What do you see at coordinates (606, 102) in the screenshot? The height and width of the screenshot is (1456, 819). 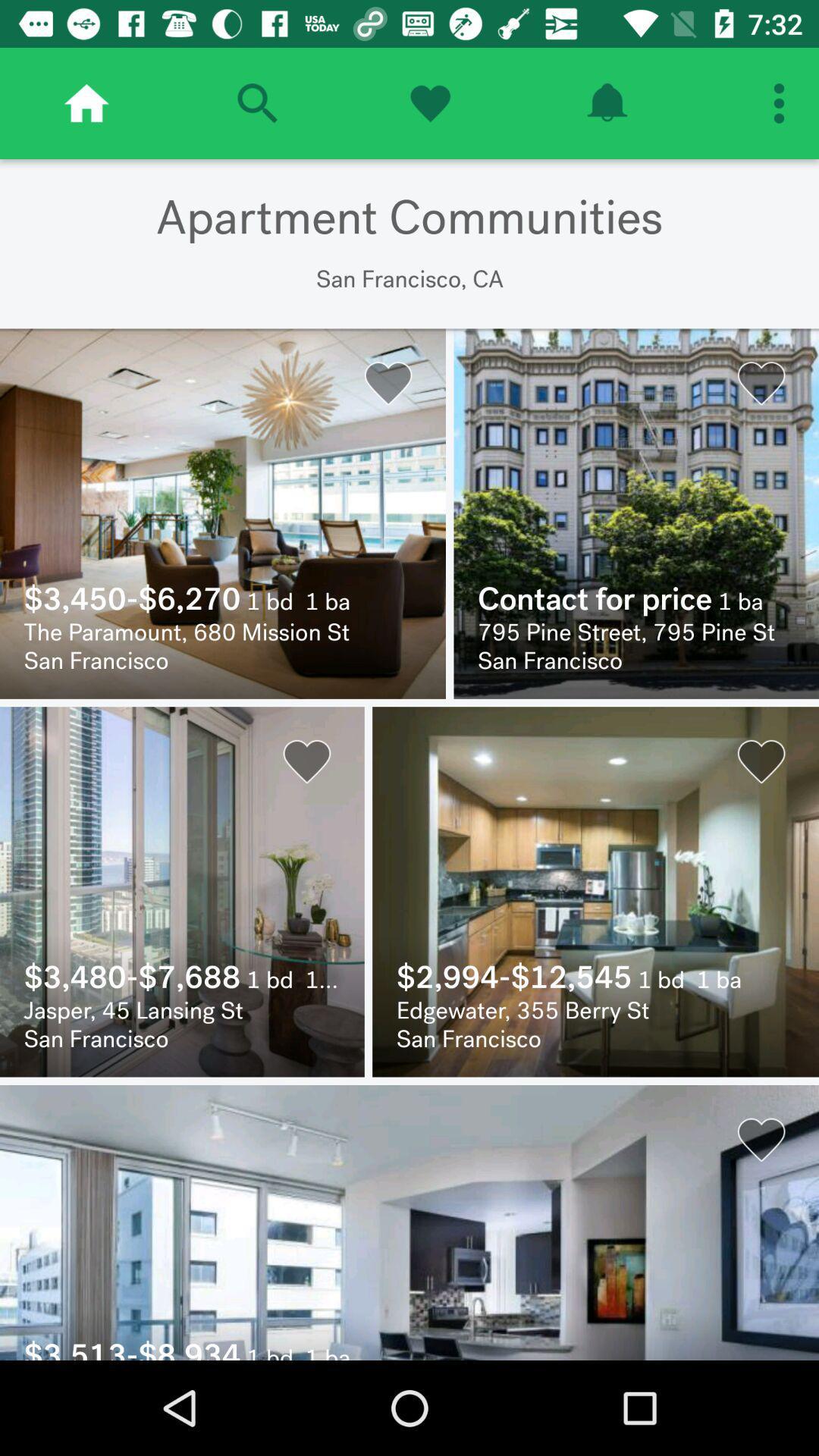 I see `icon` at bounding box center [606, 102].